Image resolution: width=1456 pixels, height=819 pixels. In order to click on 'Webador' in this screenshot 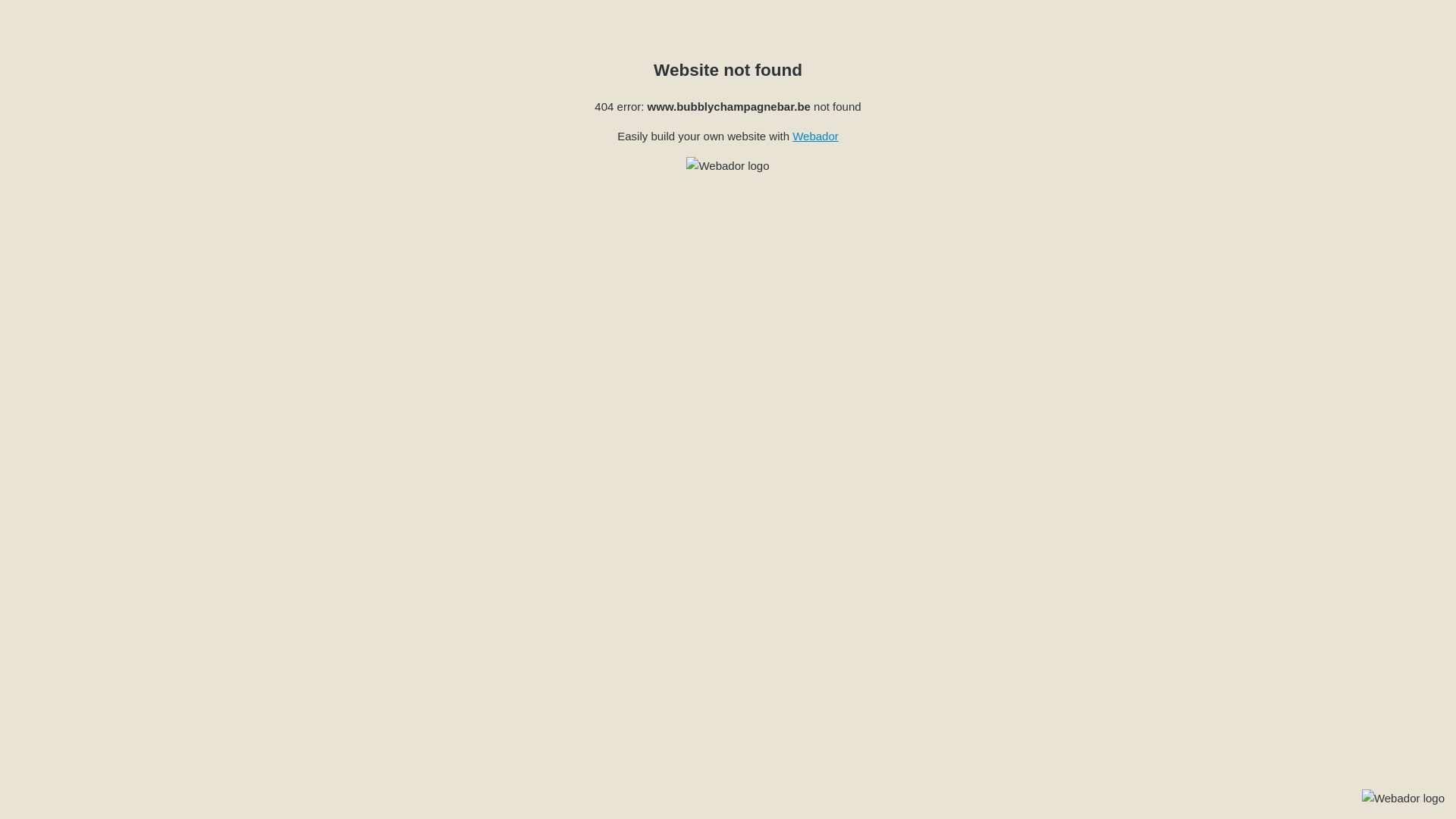, I will do `click(814, 135)`.